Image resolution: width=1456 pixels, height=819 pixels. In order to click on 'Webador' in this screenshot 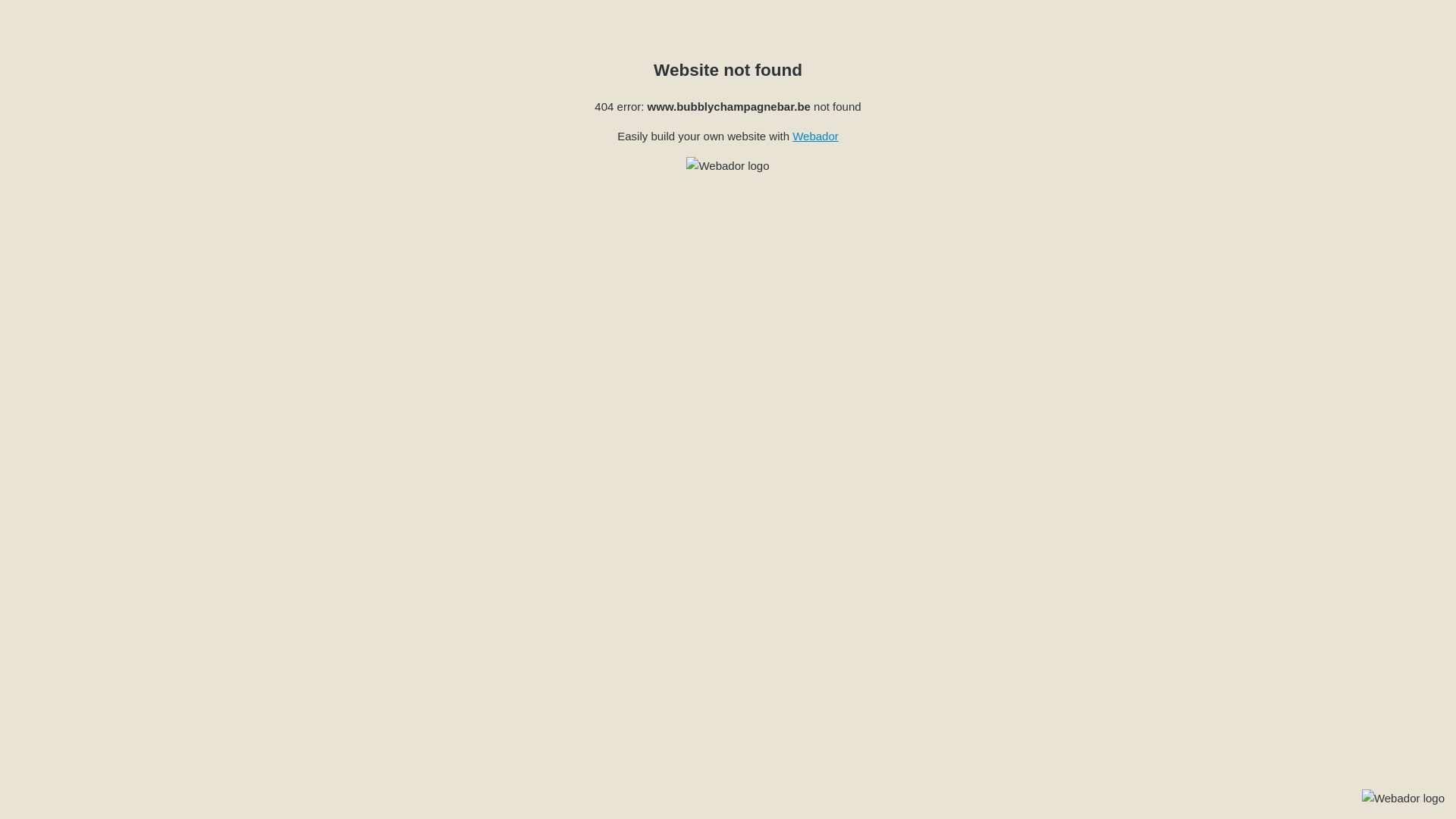, I will do `click(814, 135)`.